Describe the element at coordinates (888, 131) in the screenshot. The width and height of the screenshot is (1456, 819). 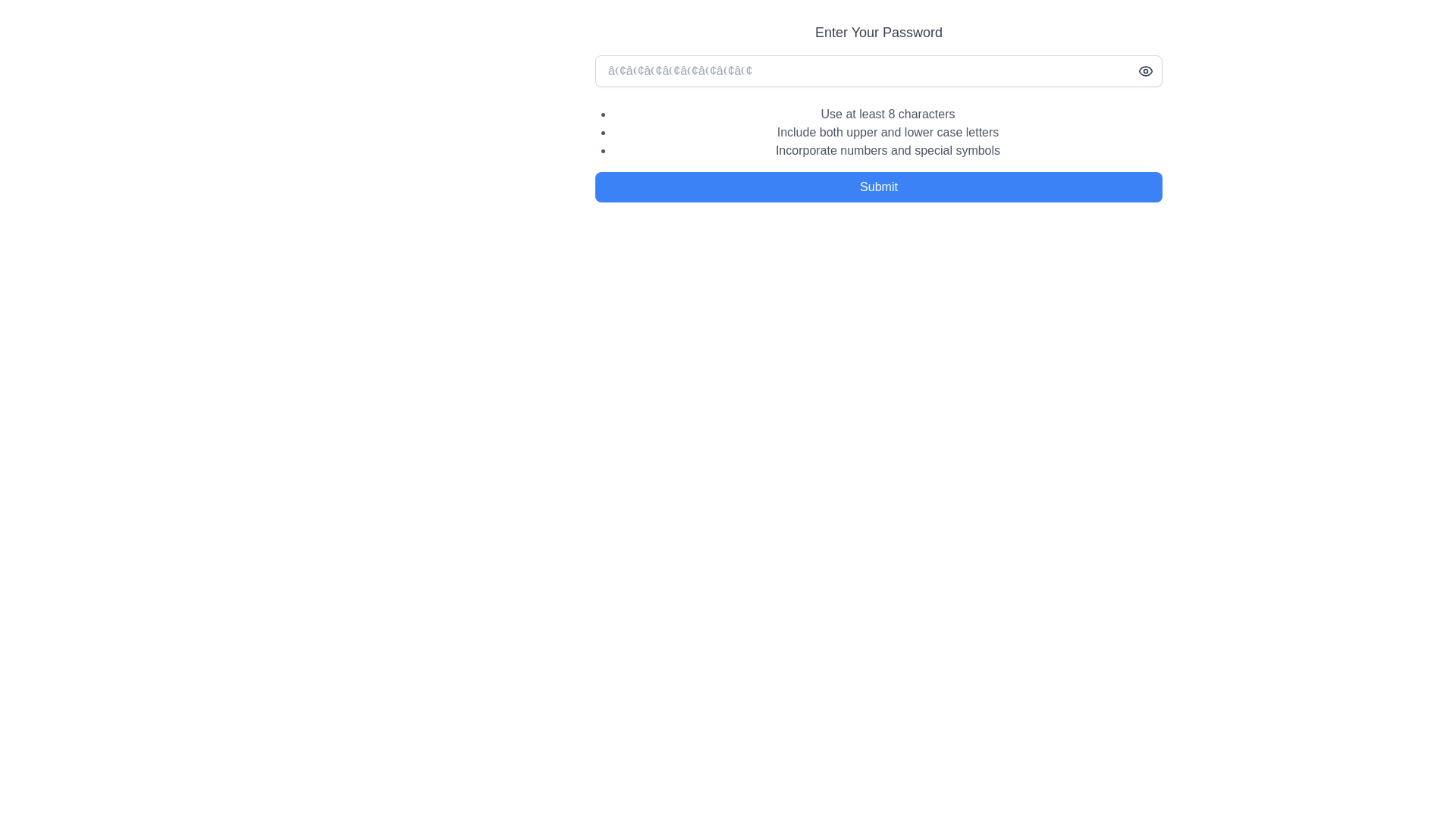
I see `guidance text snippet 'Include both upper and lower case letters' which is the second item in a bullet-pointed list` at that location.